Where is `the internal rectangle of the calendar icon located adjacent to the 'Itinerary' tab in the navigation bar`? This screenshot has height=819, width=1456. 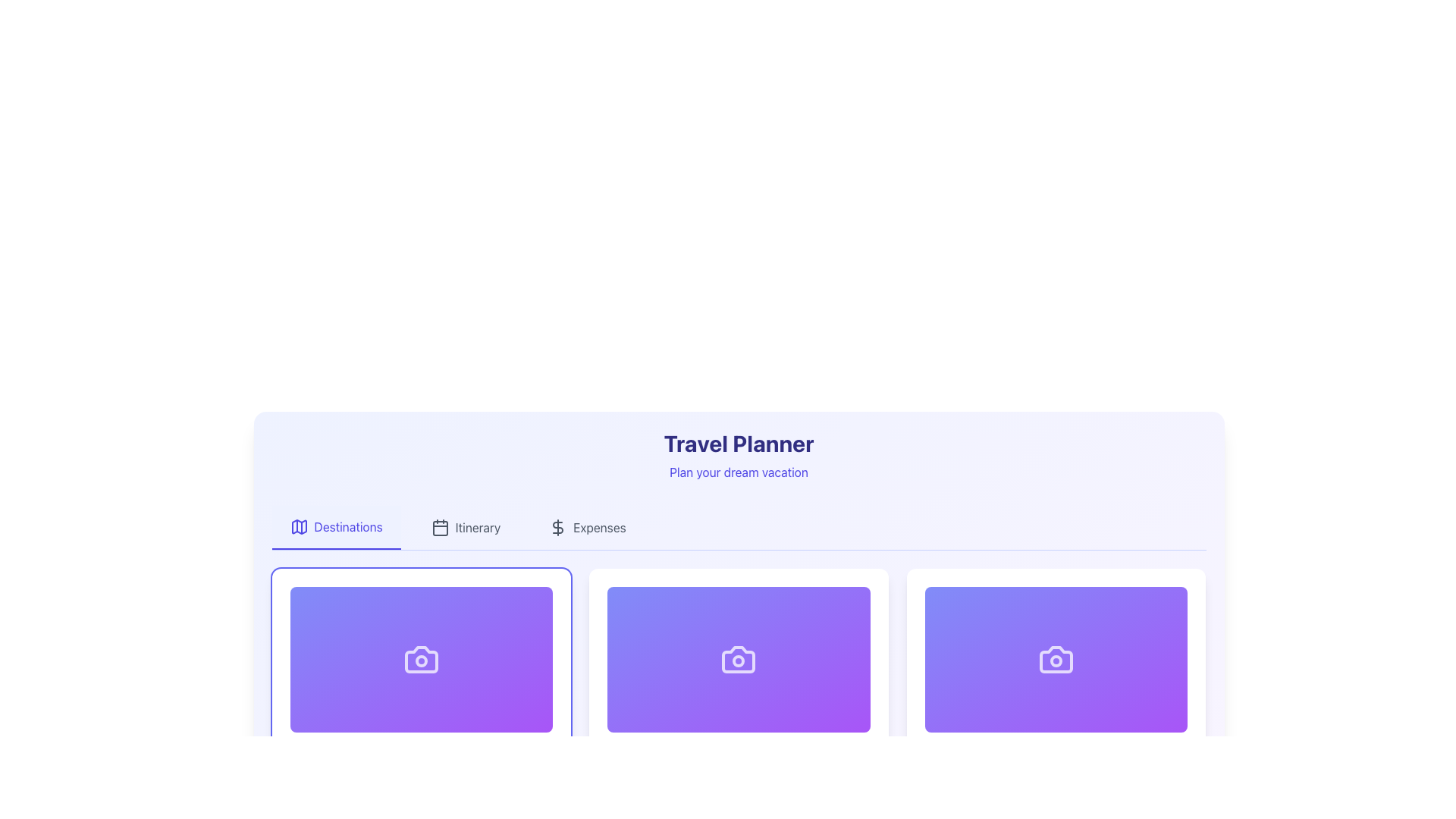 the internal rectangle of the calendar icon located adjacent to the 'Itinerary' tab in the navigation bar is located at coordinates (439, 528).